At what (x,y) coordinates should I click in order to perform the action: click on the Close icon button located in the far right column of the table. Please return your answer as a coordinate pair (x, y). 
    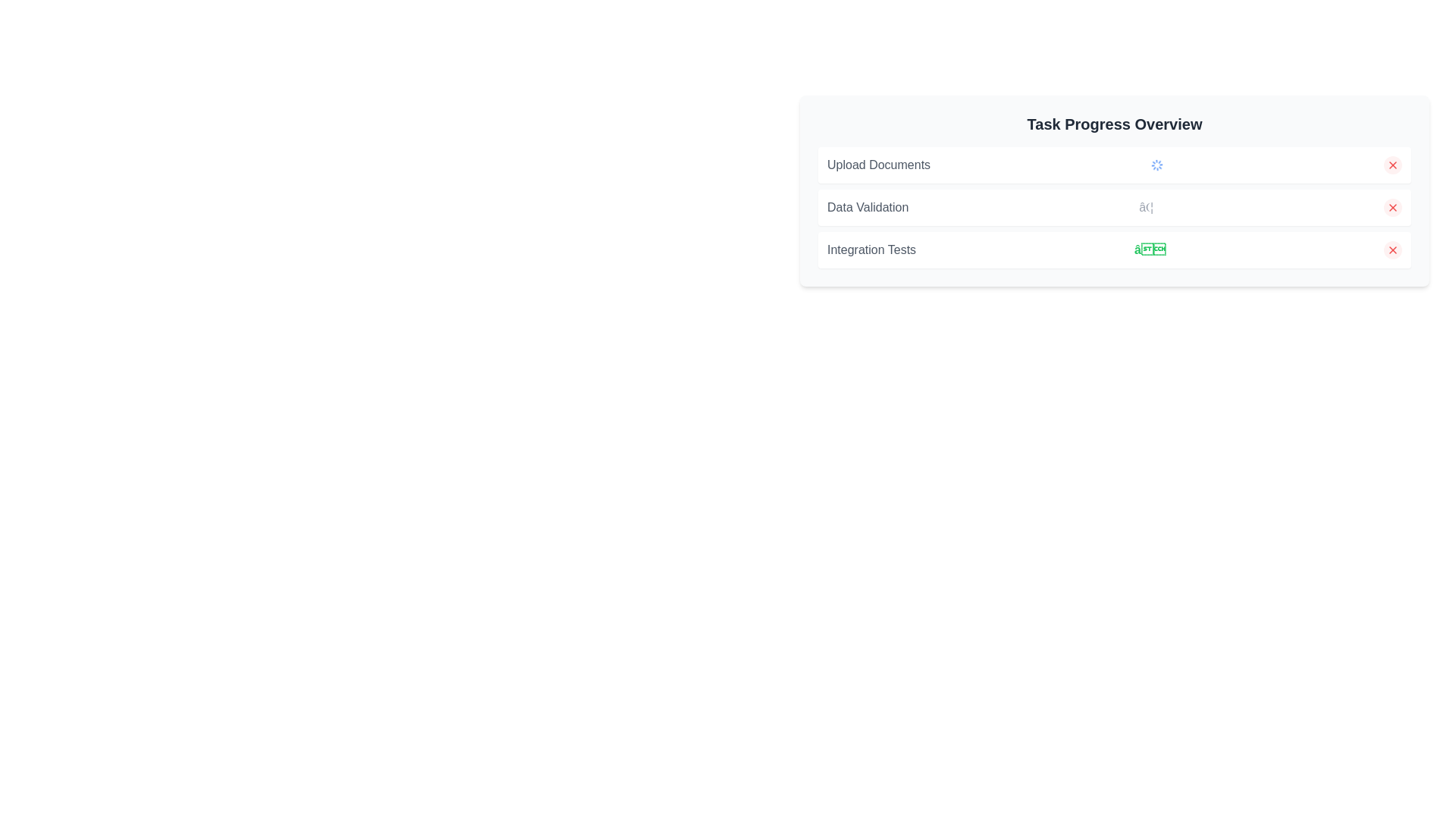
    Looking at the image, I should click on (1393, 207).